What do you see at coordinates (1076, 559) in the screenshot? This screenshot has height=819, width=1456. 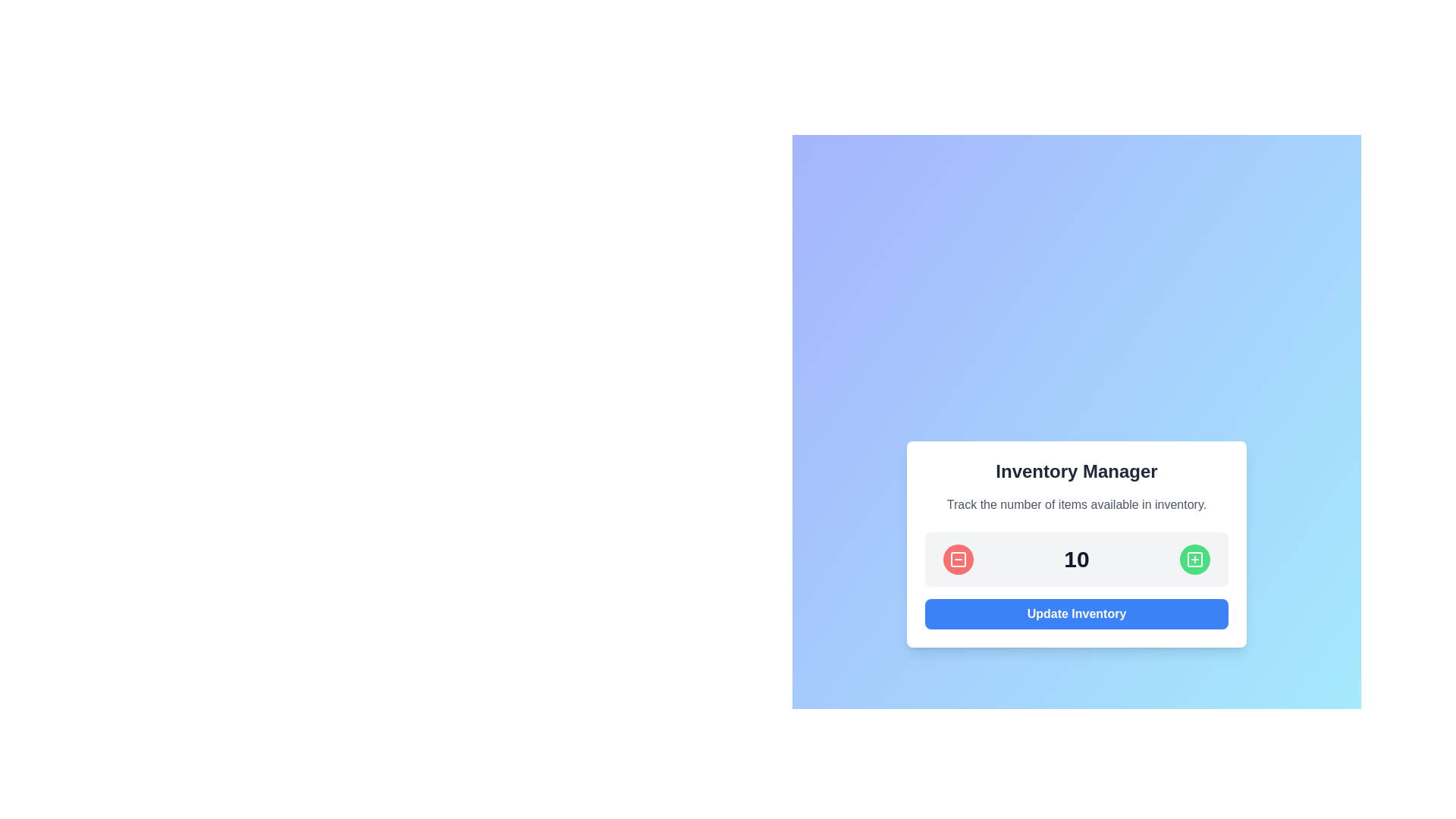 I see `the Display label that shows the current inventory count, centrally located between the minus and plus buttons in the 'Inventory Manager' card` at bounding box center [1076, 559].